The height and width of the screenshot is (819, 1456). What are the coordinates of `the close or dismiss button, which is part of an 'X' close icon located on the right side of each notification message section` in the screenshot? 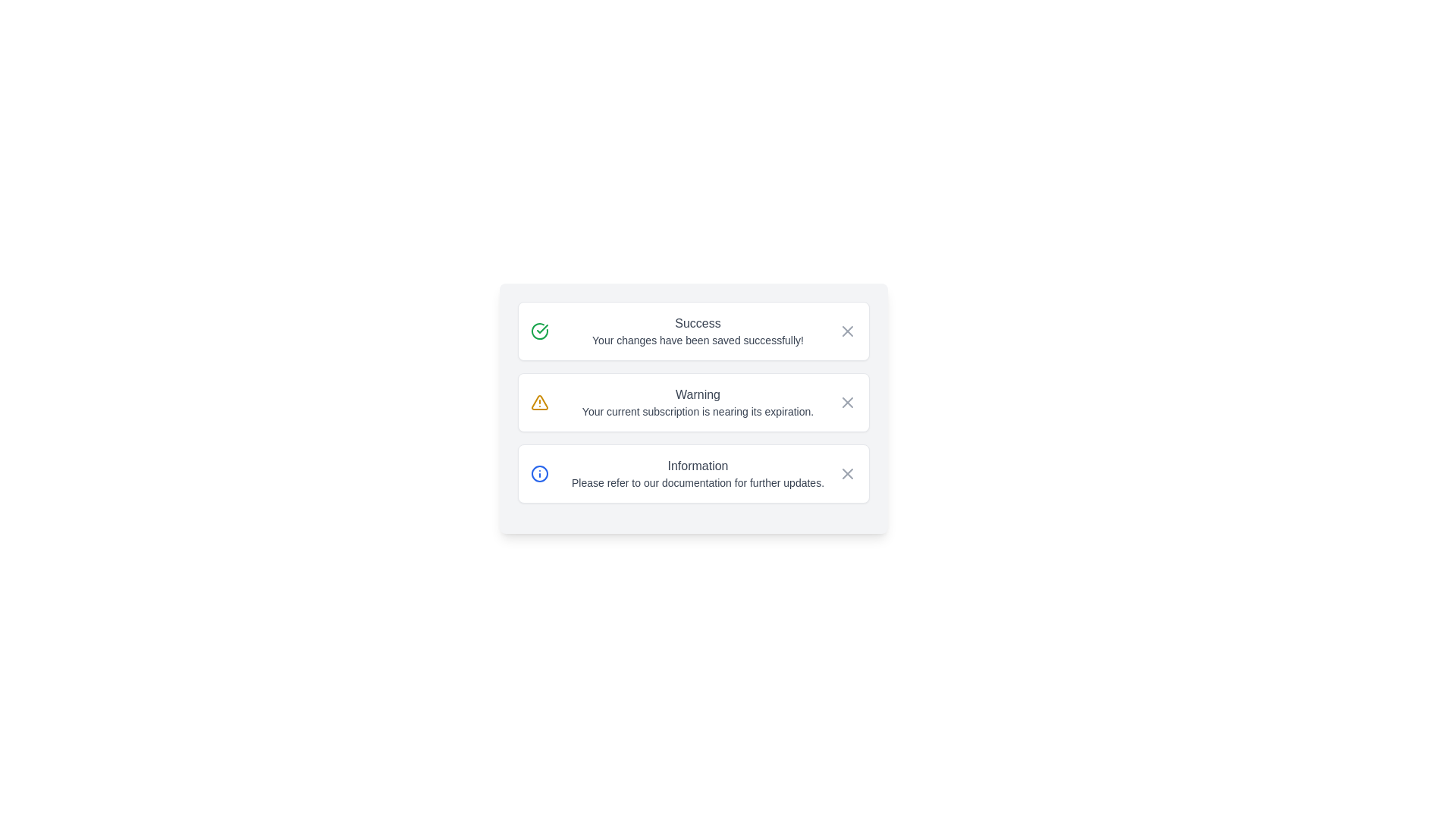 It's located at (846, 472).